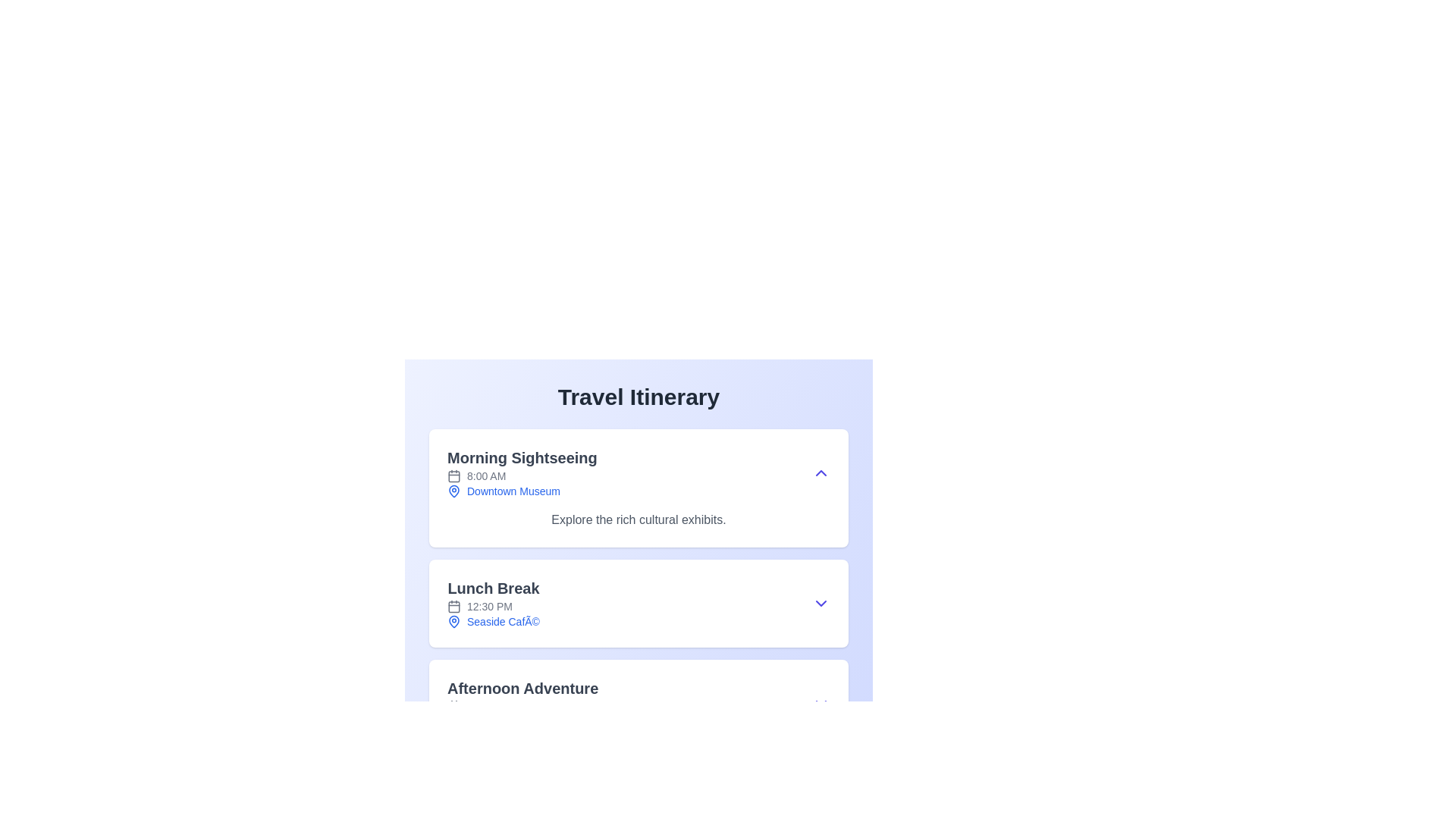 The height and width of the screenshot is (819, 1456). Describe the element at coordinates (493, 622) in the screenshot. I see `text 'Seaside Café' which is styled in blue and located in the 'Lunch Break' segment of the 'Travel Itinerary' section, accompanied by a blue map pin icon` at that location.